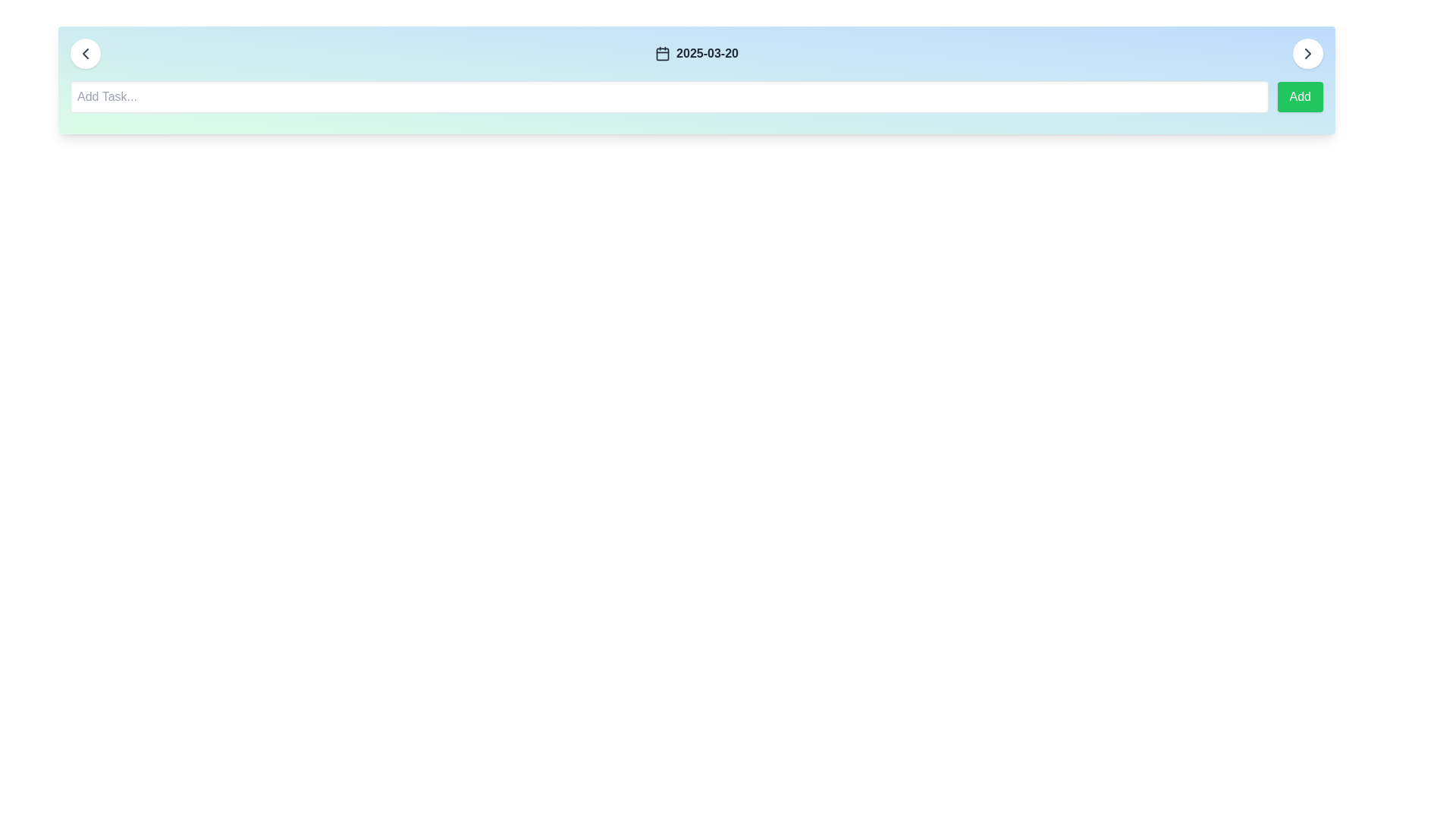 The image size is (1456, 819). What do you see at coordinates (1307, 52) in the screenshot?
I see `the navigation button located at the far right of the horizontal toolbar to proceed to the next item` at bounding box center [1307, 52].